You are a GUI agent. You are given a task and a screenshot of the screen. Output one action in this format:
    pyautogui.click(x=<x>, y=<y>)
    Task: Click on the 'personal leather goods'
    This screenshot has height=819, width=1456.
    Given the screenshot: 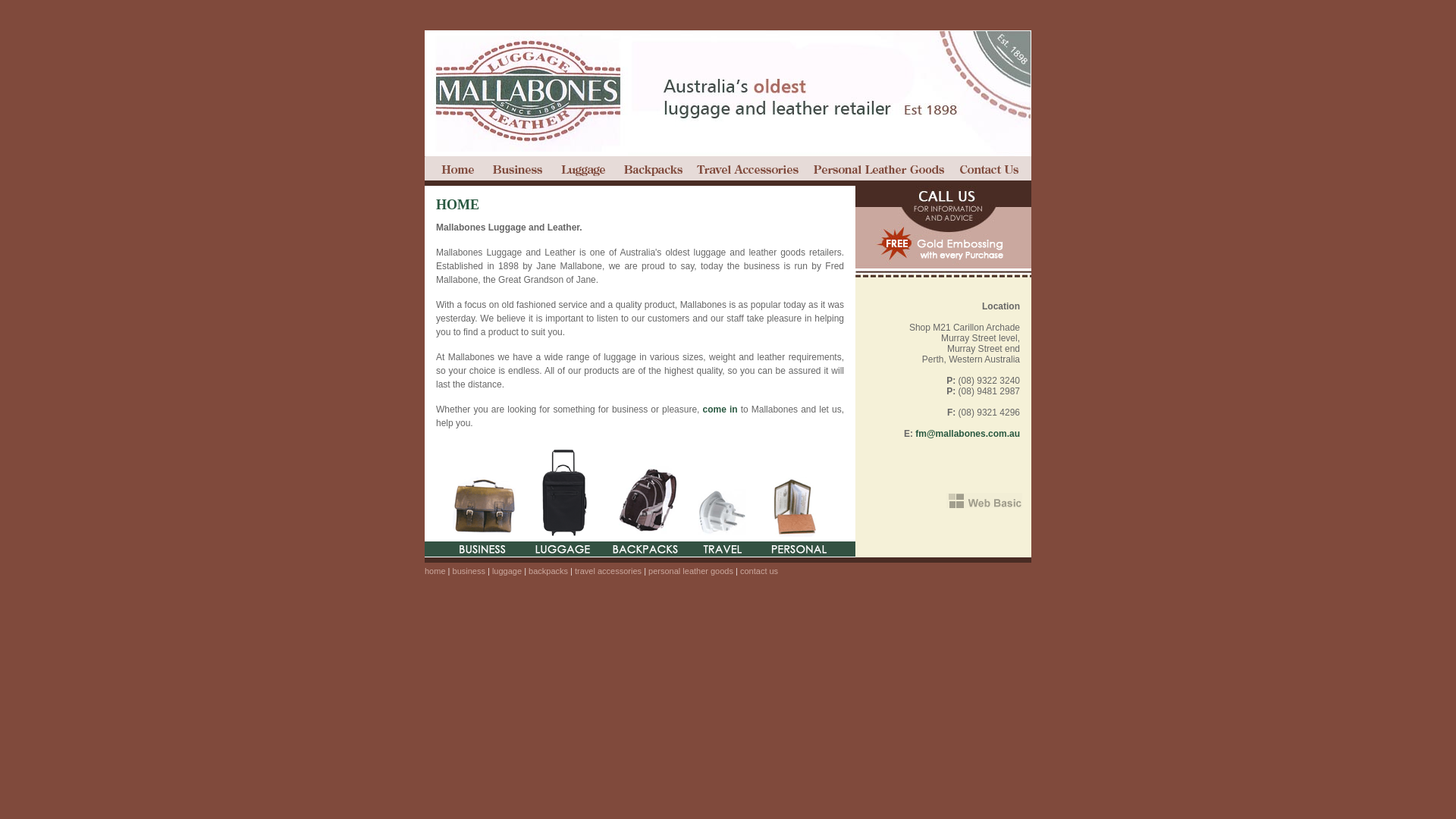 What is the action you would take?
    pyautogui.click(x=690, y=570)
    